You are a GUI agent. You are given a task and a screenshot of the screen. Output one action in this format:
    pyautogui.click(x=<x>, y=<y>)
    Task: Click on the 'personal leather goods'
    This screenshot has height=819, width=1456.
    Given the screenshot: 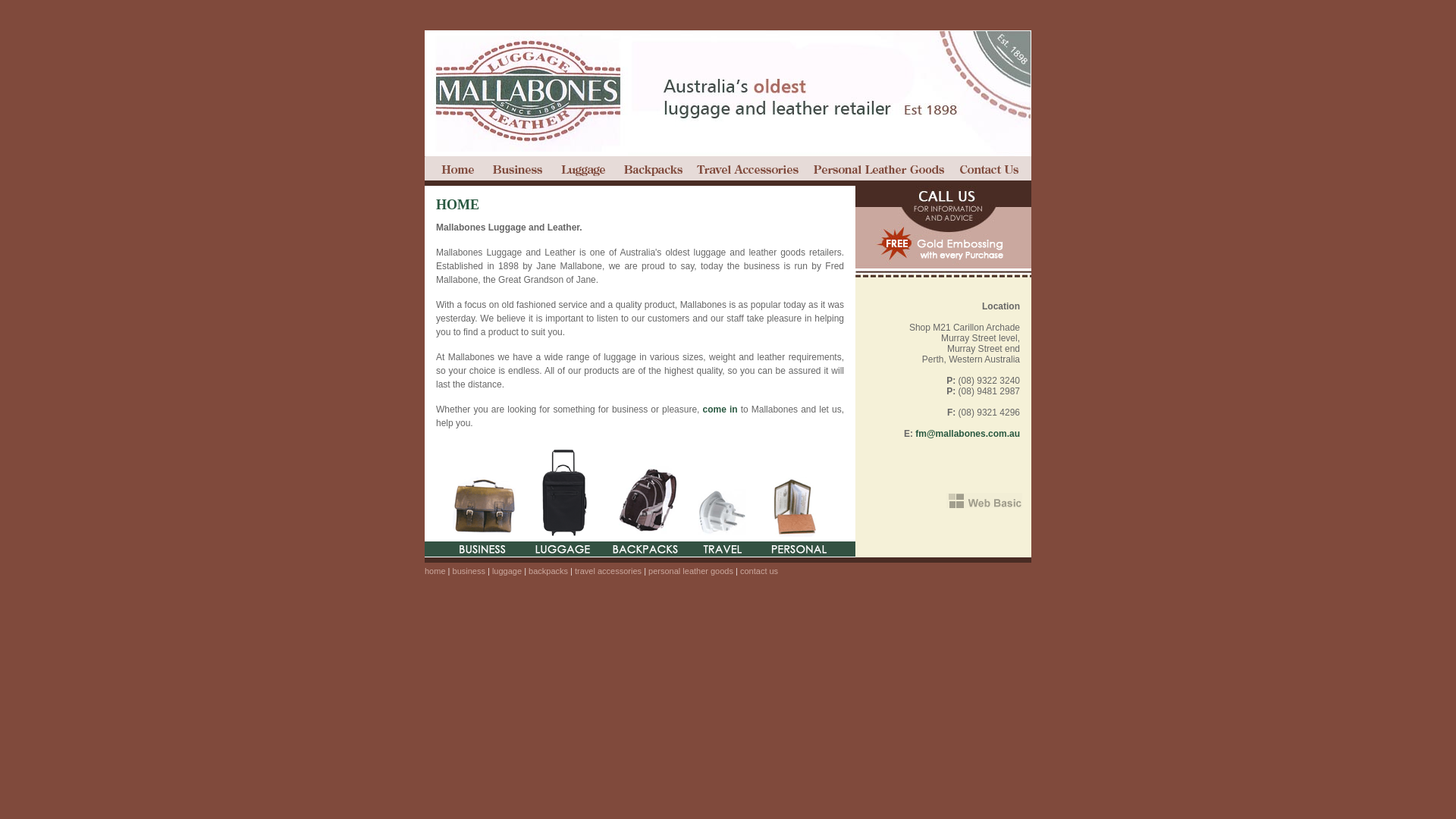 What is the action you would take?
    pyautogui.click(x=690, y=570)
    